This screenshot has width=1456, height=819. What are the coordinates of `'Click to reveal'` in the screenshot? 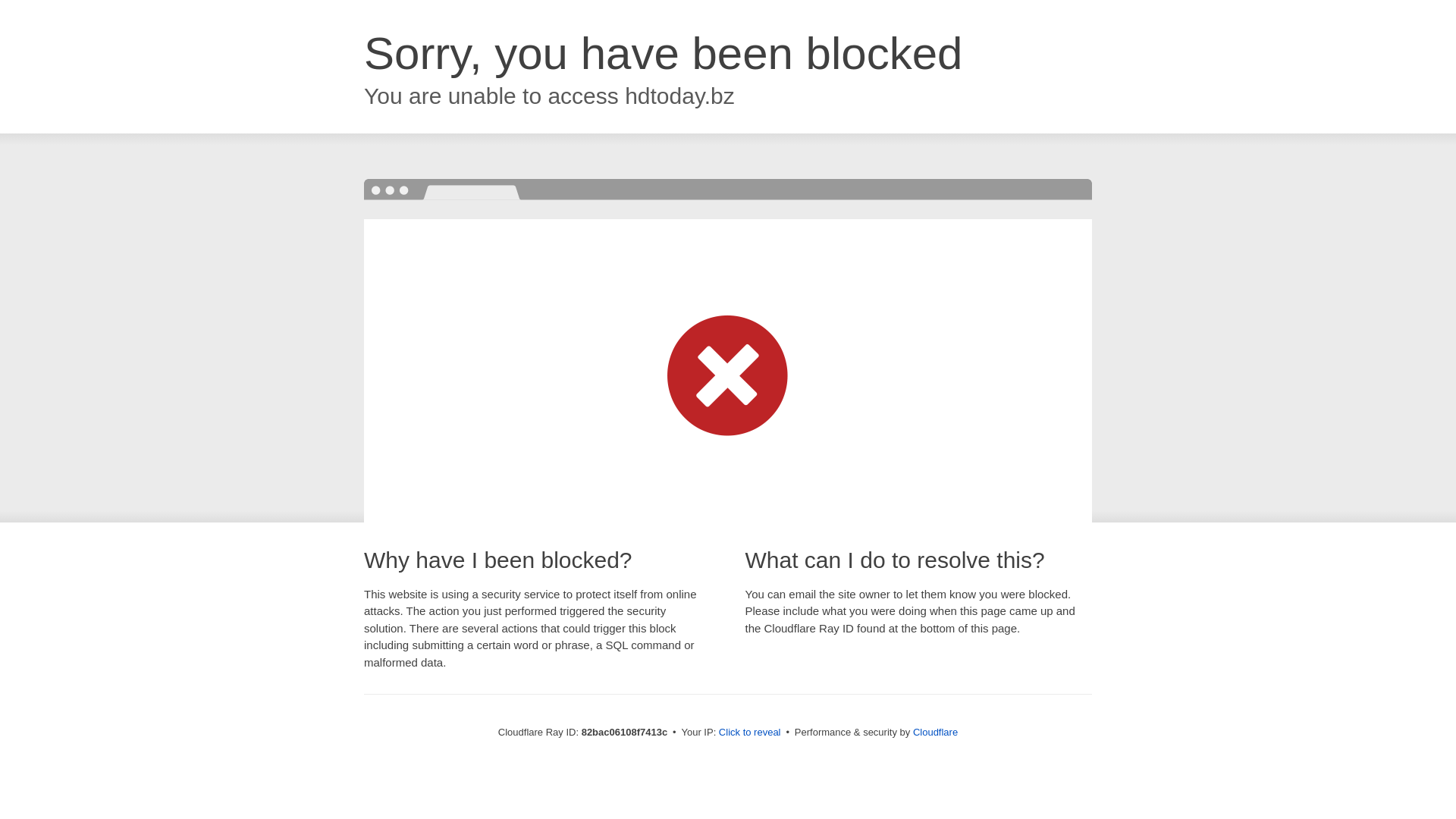 It's located at (718, 731).